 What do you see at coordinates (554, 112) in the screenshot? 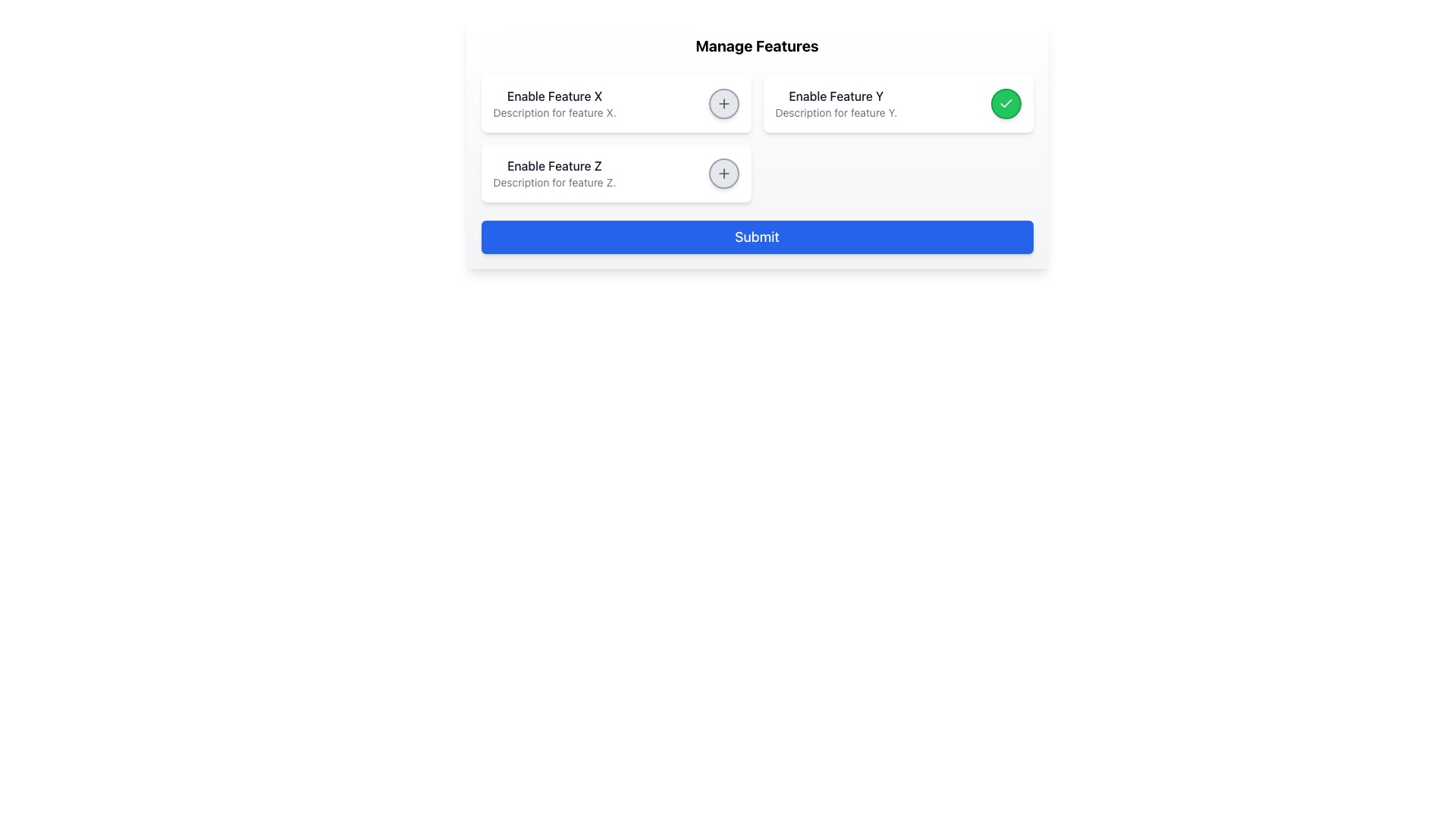
I see `the text label that reads 'Description for feature X.', which is styled in small, gray, serif-like font located under the heading 'Enable Feature X'` at bounding box center [554, 112].